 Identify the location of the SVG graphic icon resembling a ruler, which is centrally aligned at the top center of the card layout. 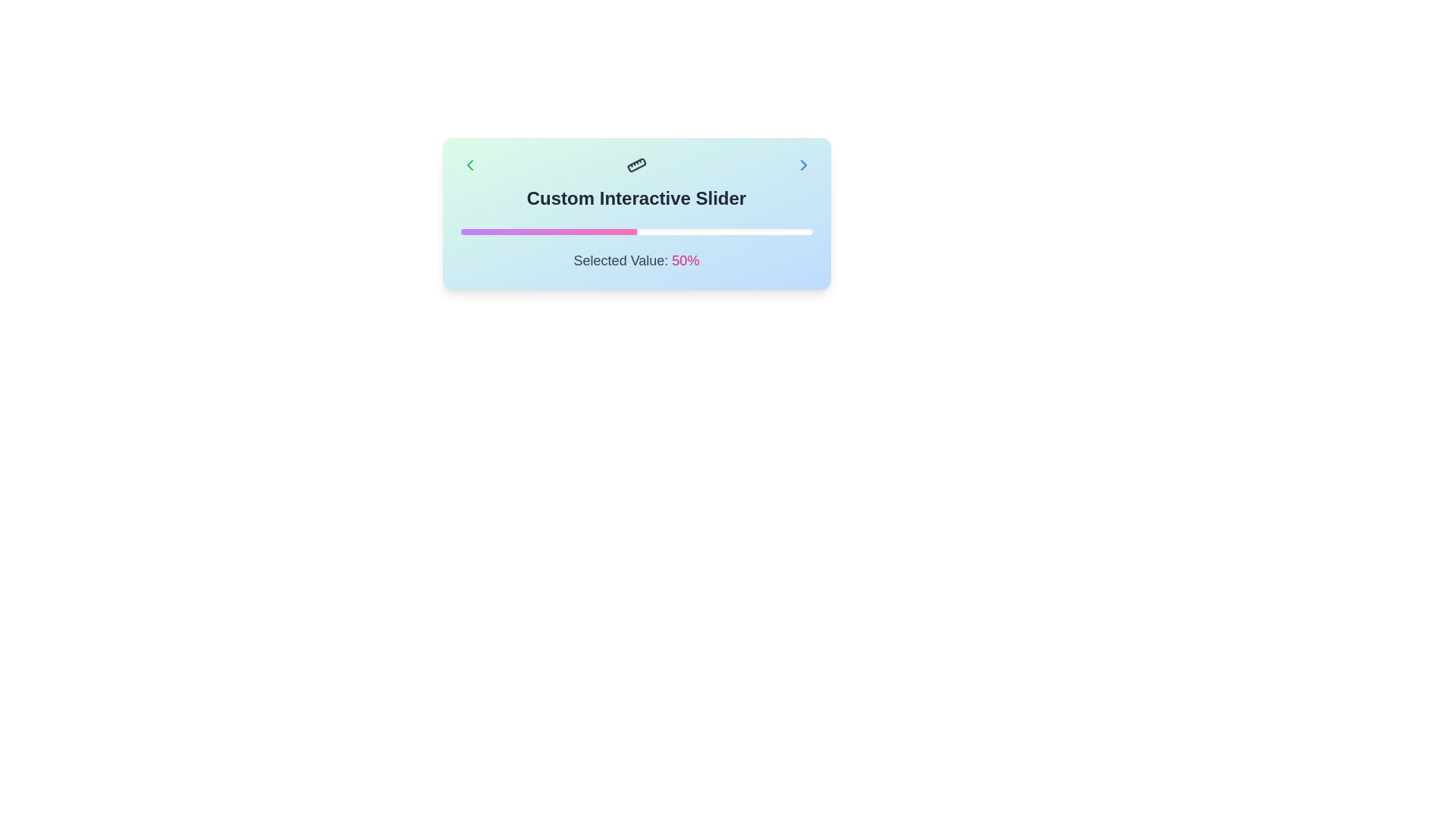
(636, 165).